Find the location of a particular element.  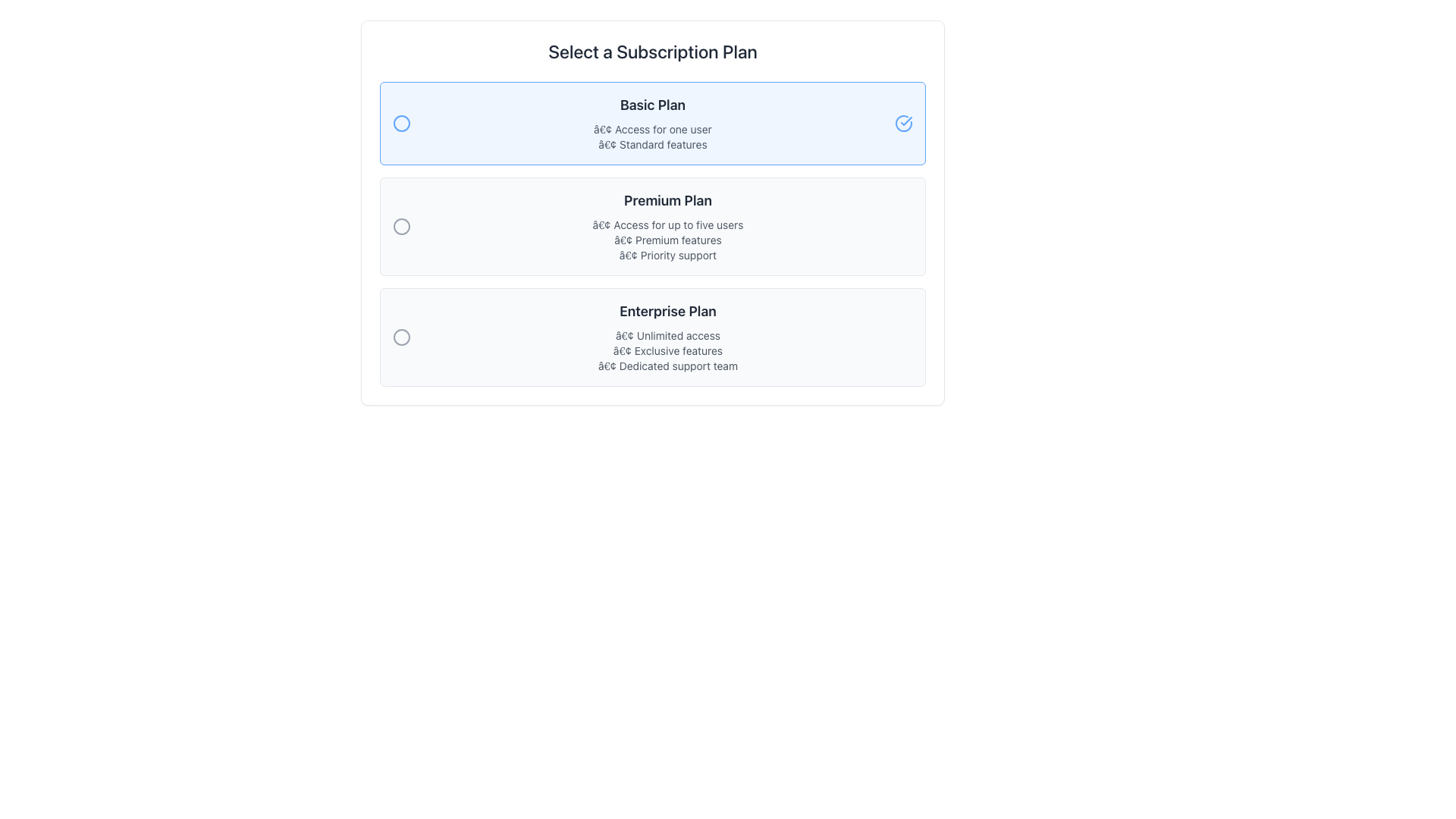

the SVG circle element marking the 'Enterprise Plan' option, which is located in the third row of subscription plans and aligned to the left of the 'Enterprise Plan' section is located at coordinates (401, 336).